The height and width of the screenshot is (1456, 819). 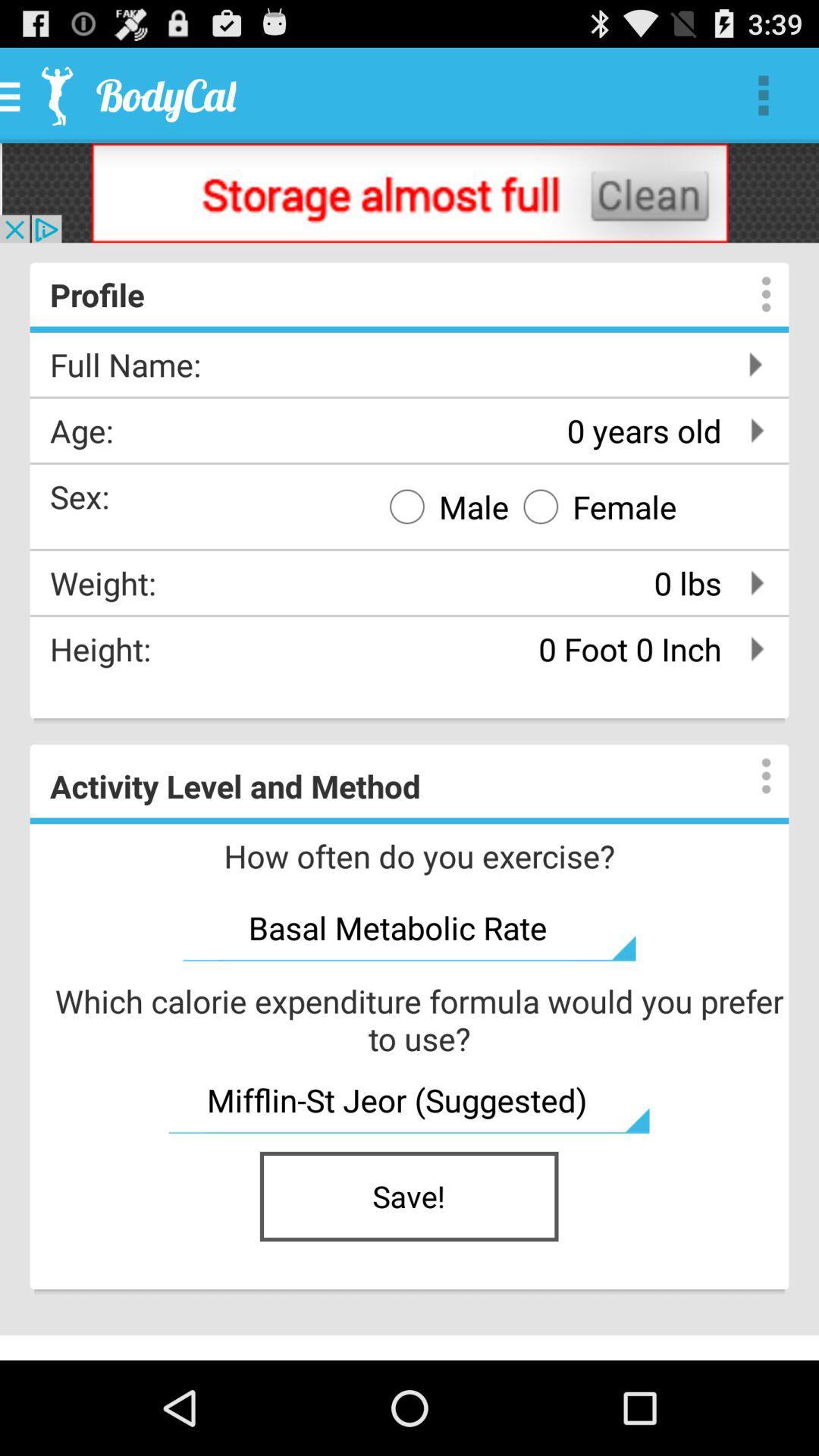 What do you see at coordinates (751, 776) in the screenshot?
I see `parameter button` at bounding box center [751, 776].